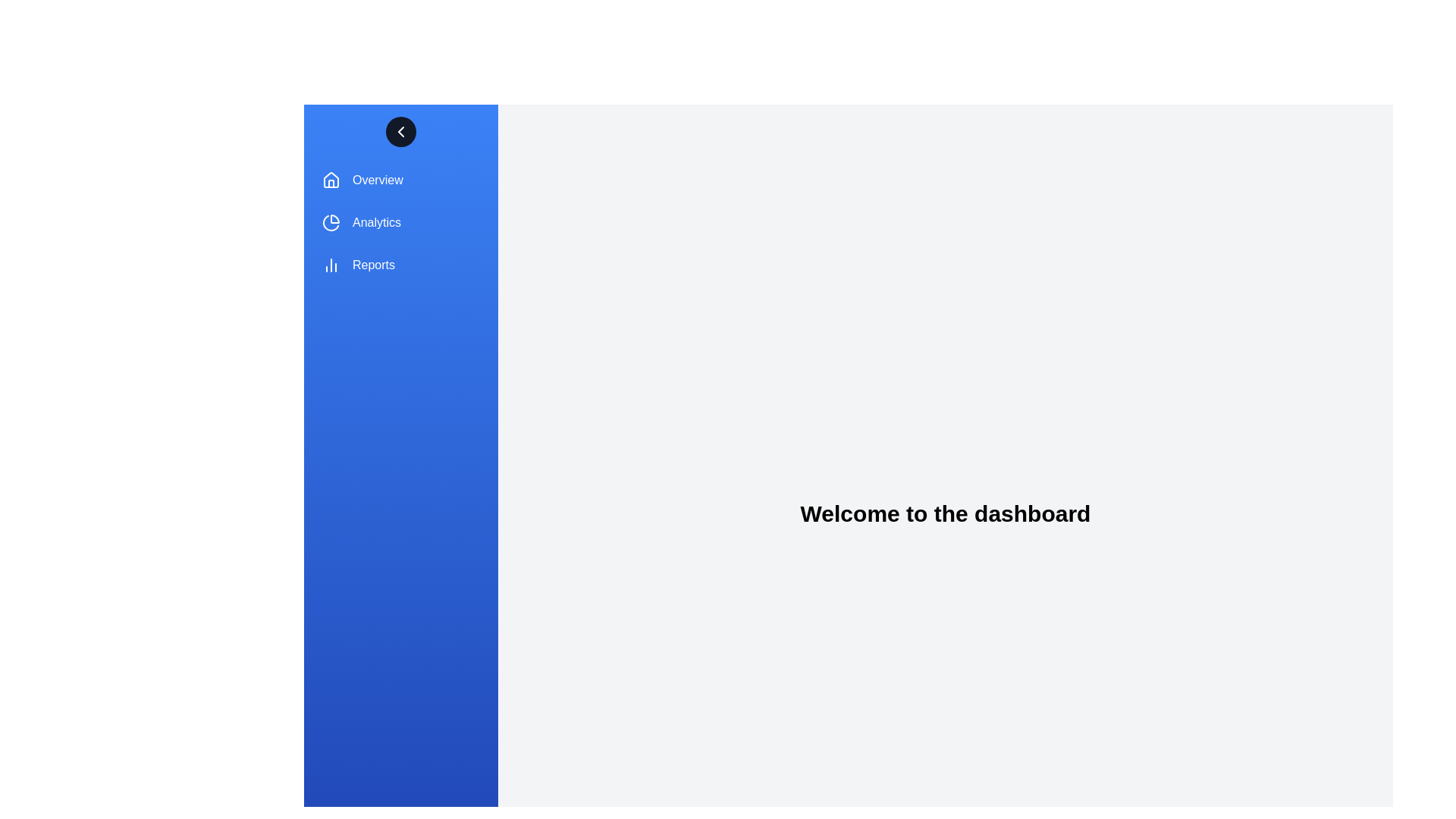 The image size is (1456, 819). Describe the element at coordinates (400, 265) in the screenshot. I see `the sidebar menu item labeled Reports` at that location.